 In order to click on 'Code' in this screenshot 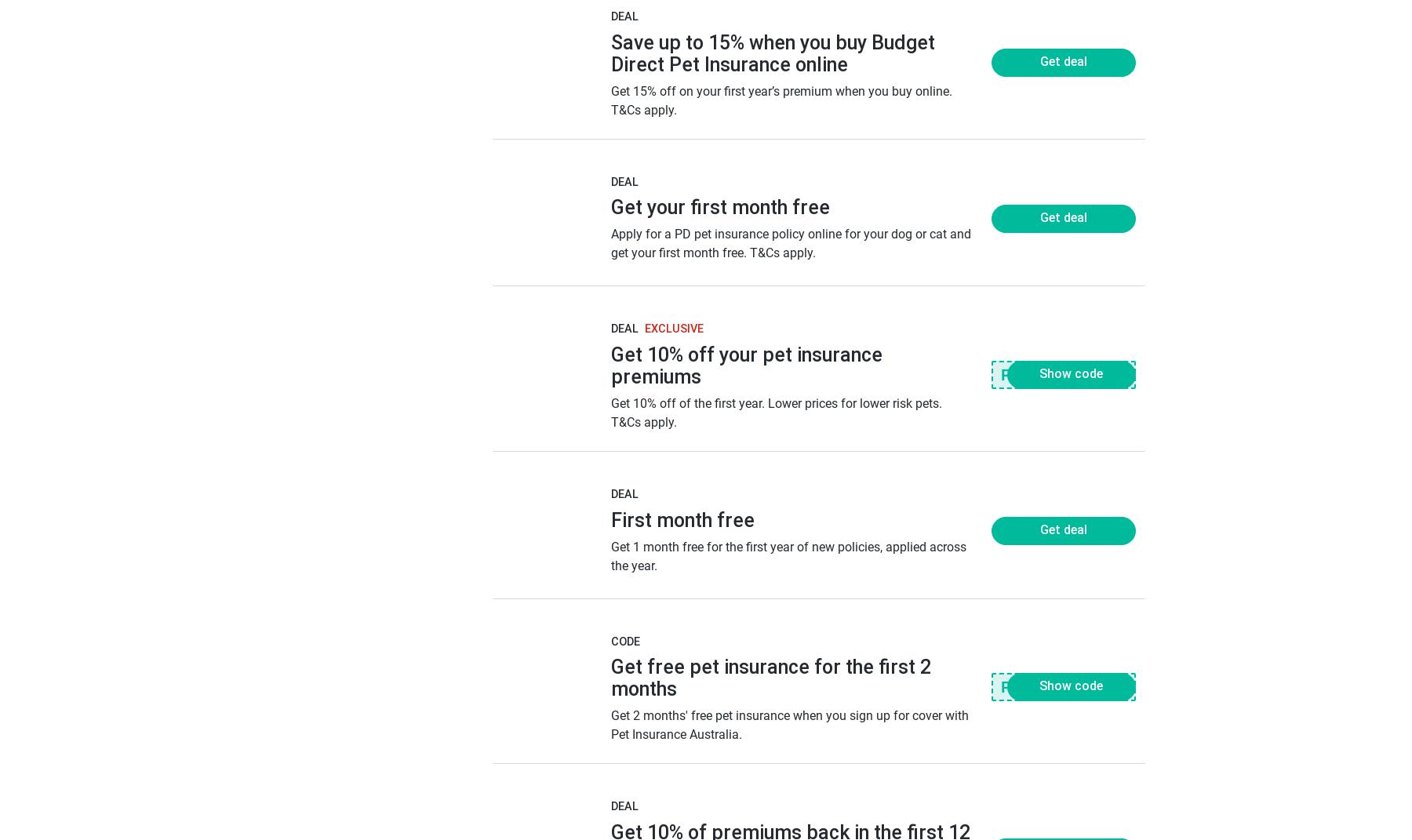, I will do `click(624, 640)`.